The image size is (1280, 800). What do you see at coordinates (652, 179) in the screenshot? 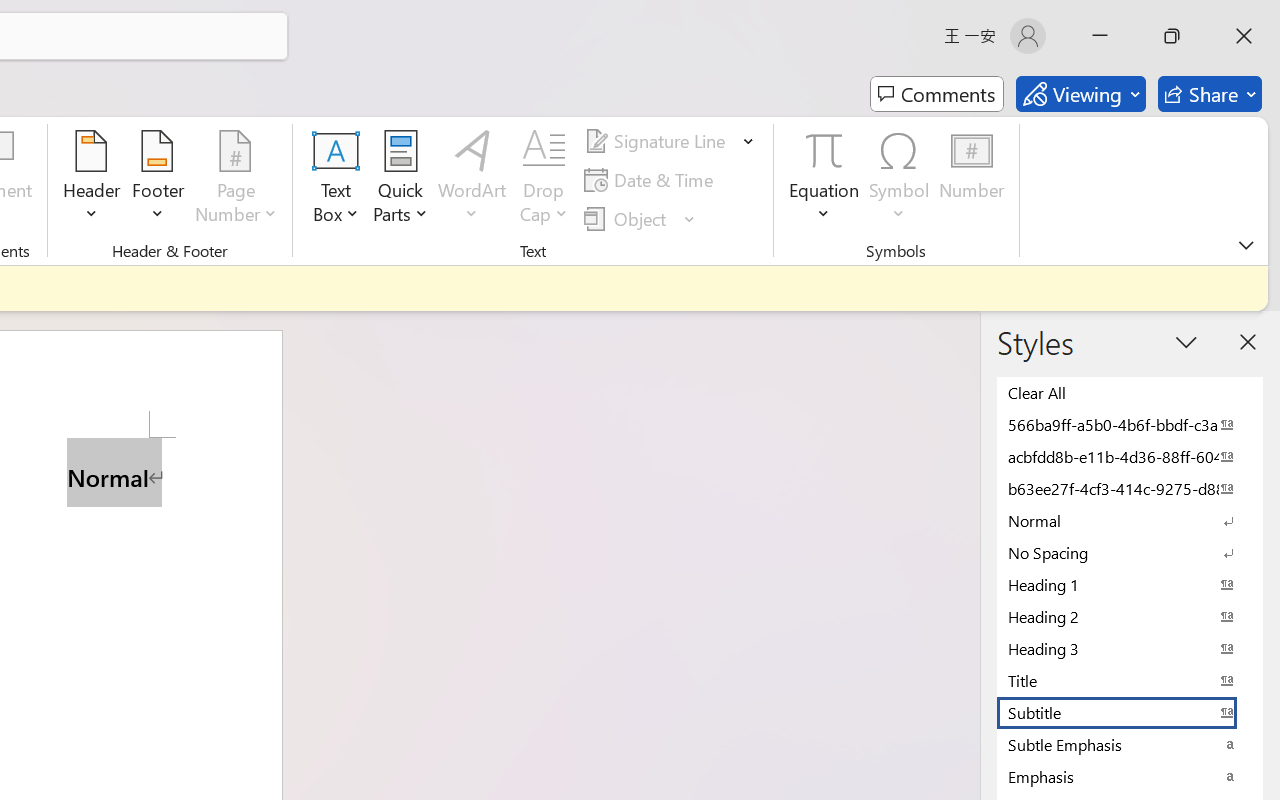
I see `'Date & Time...'` at bounding box center [652, 179].